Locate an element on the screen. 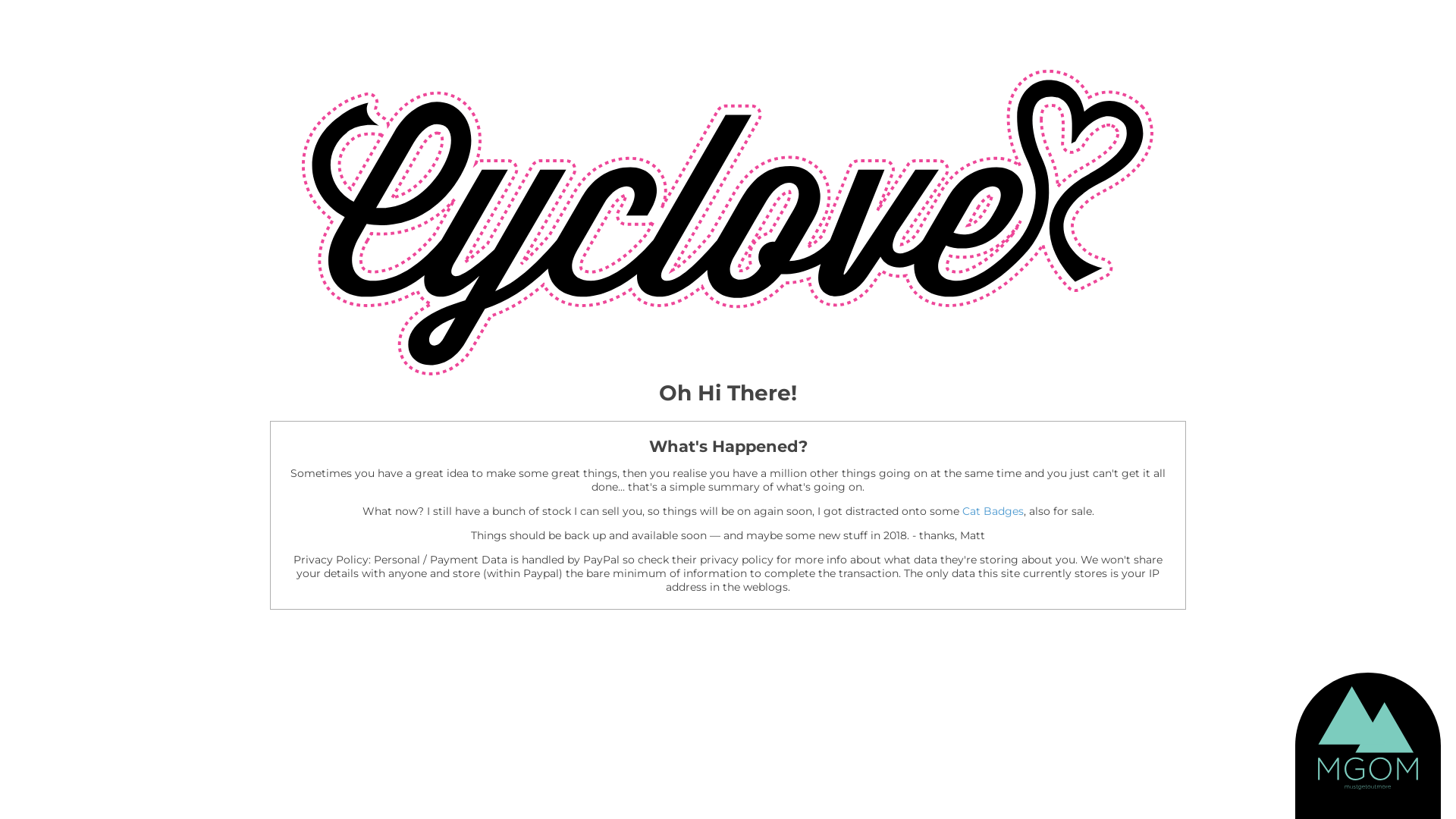 The height and width of the screenshot is (819, 1456). 'Cat Badges' is located at coordinates (960, 511).